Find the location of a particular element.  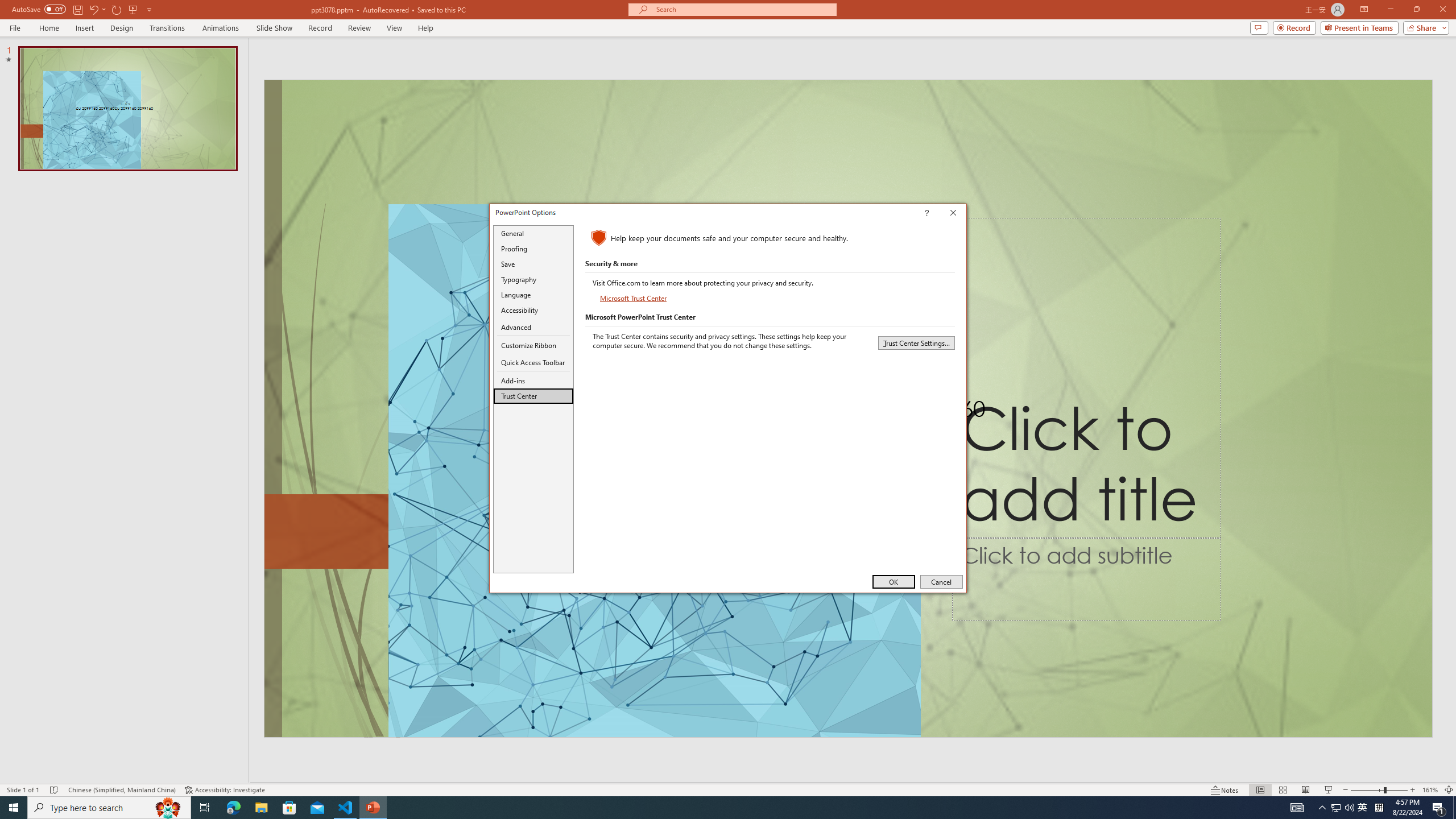

'Trust Center' is located at coordinates (533, 396).